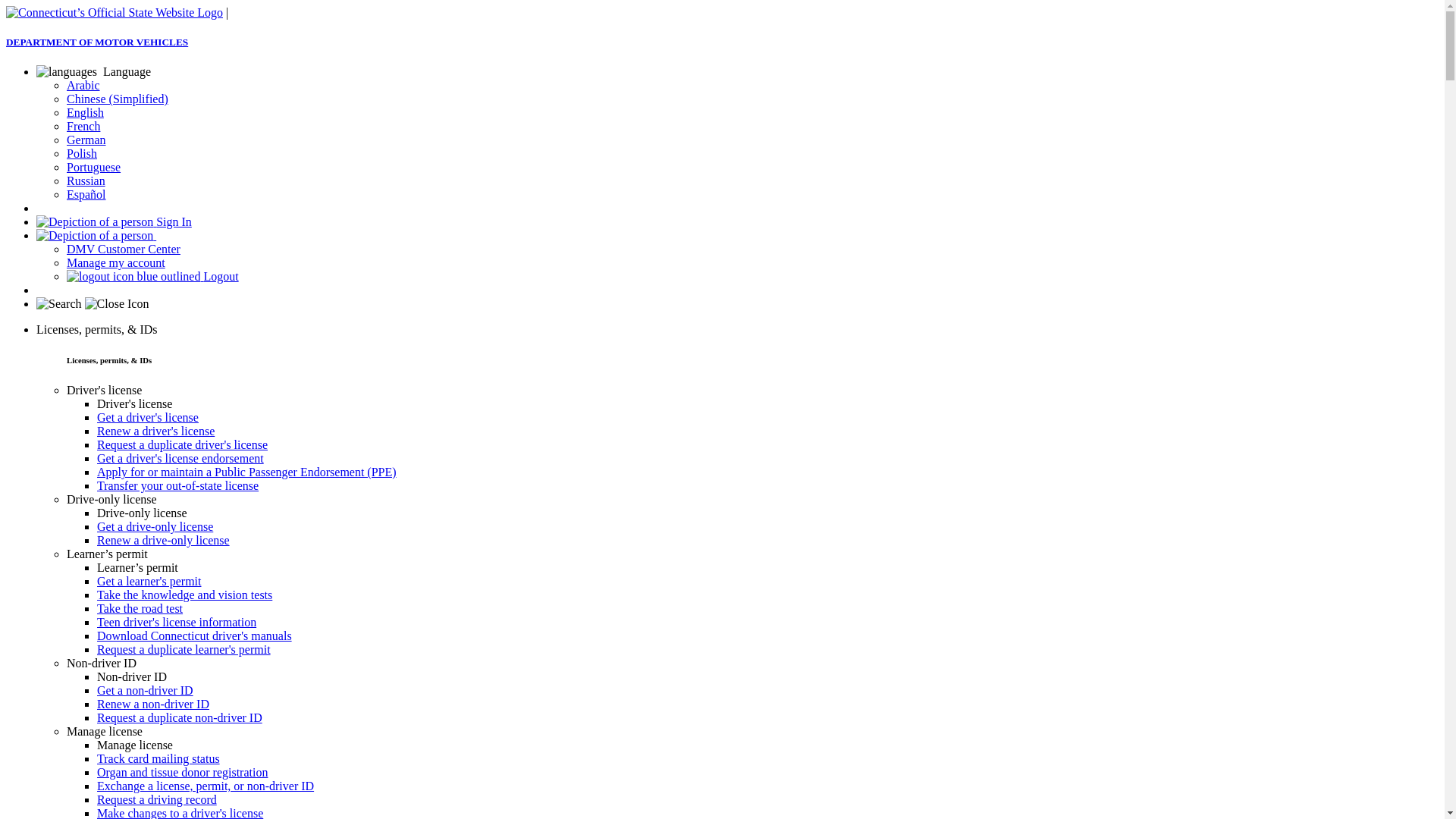 The image size is (1456, 819). Describe the element at coordinates (182, 444) in the screenshot. I see `'Request a duplicate driver's license'` at that location.